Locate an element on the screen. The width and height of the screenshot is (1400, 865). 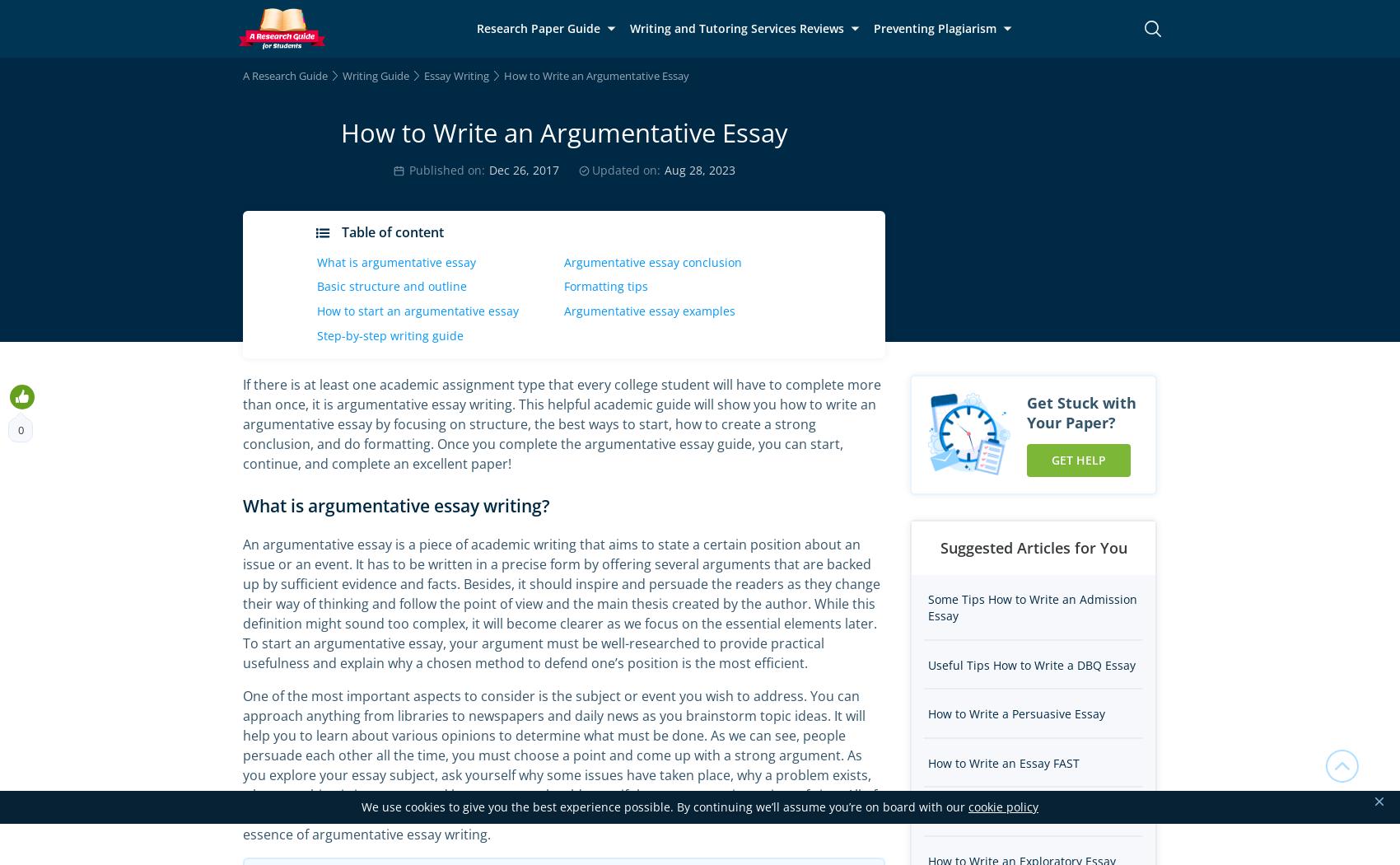
'cookie policy' is located at coordinates (1002, 807).